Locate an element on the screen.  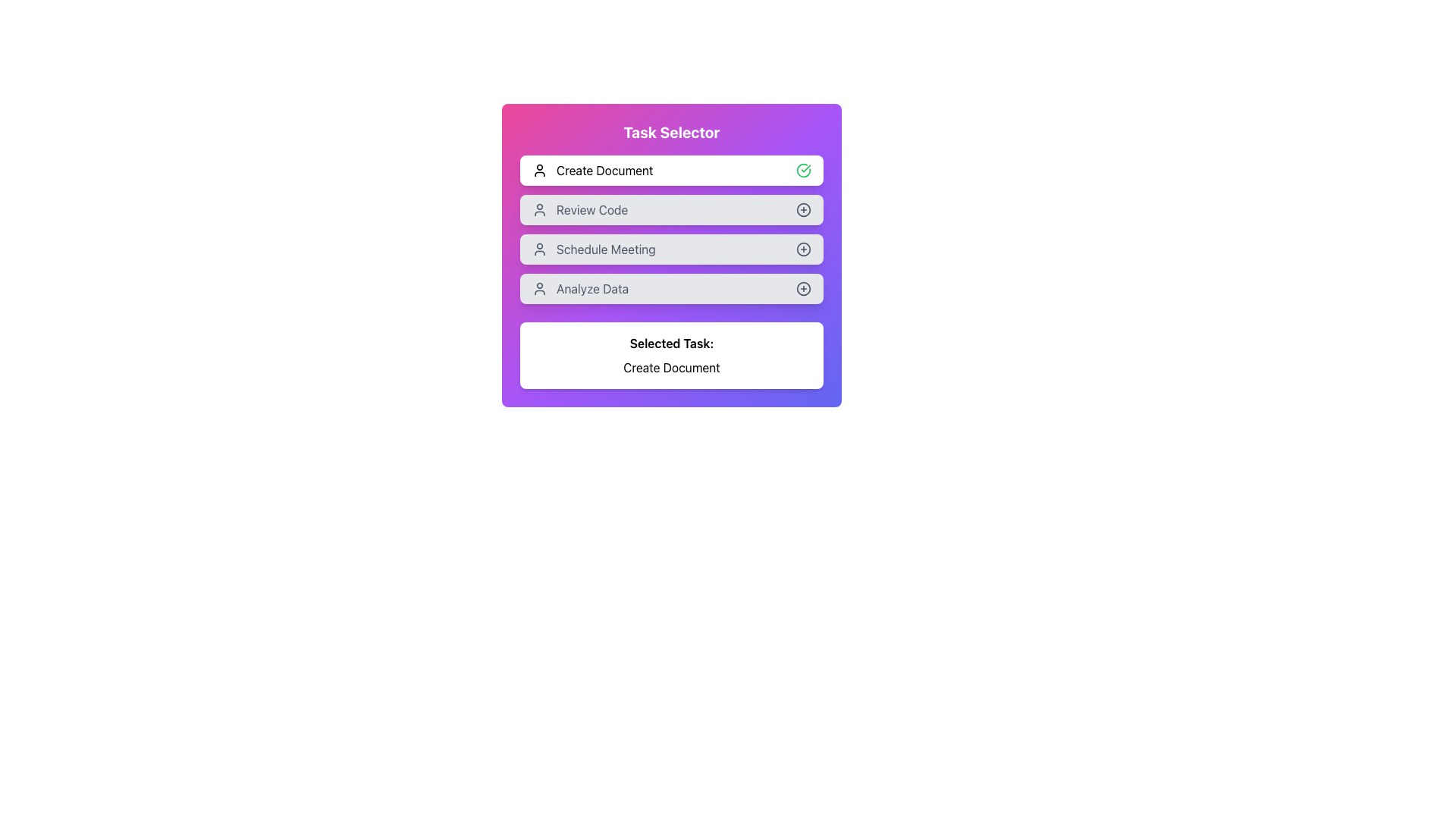
the 'Review Code' button, which features gray text and a user figure icon, located in the Task Selector modal is located at coordinates (579, 210).